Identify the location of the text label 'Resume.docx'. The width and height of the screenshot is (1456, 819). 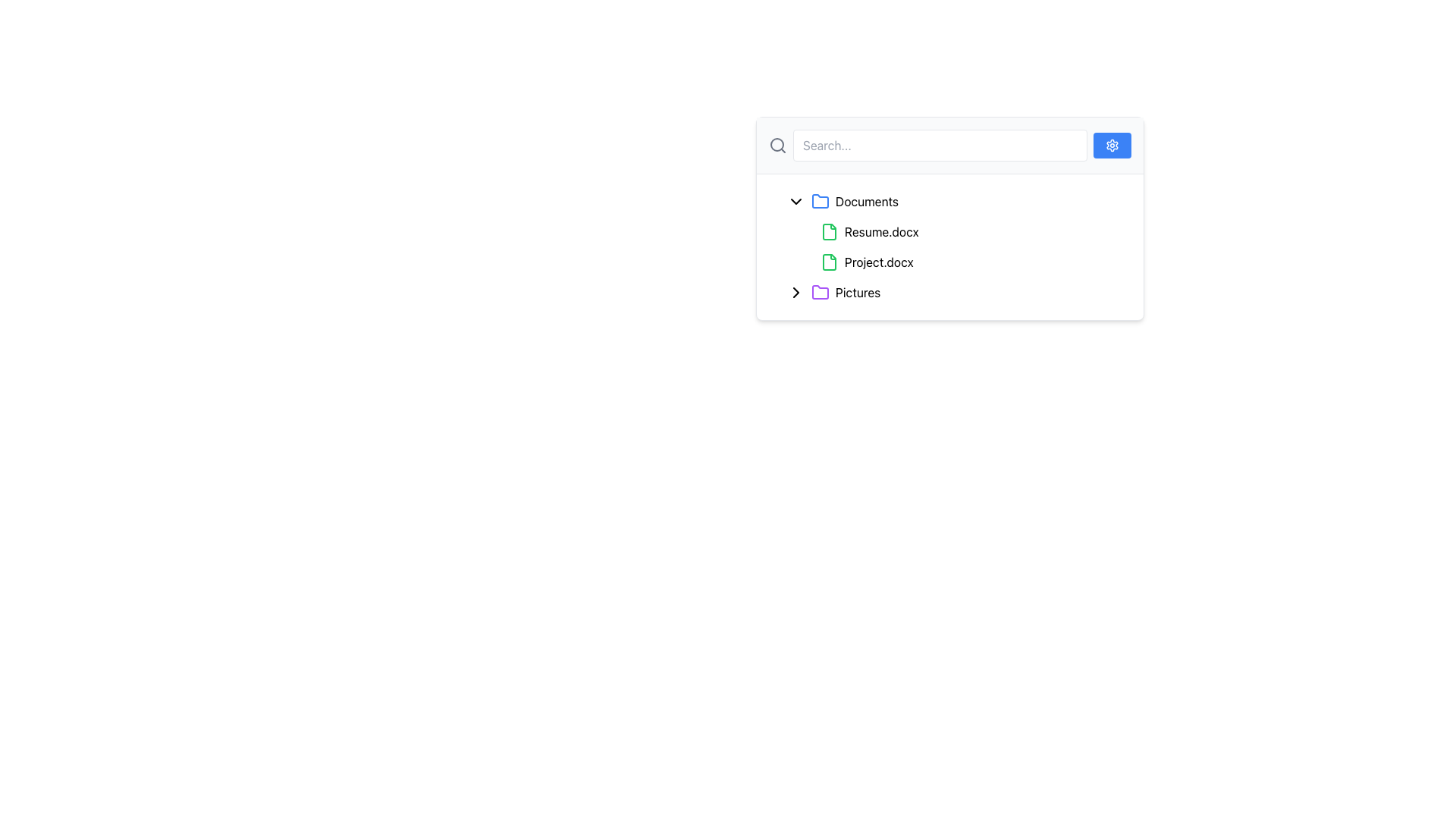
(881, 231).